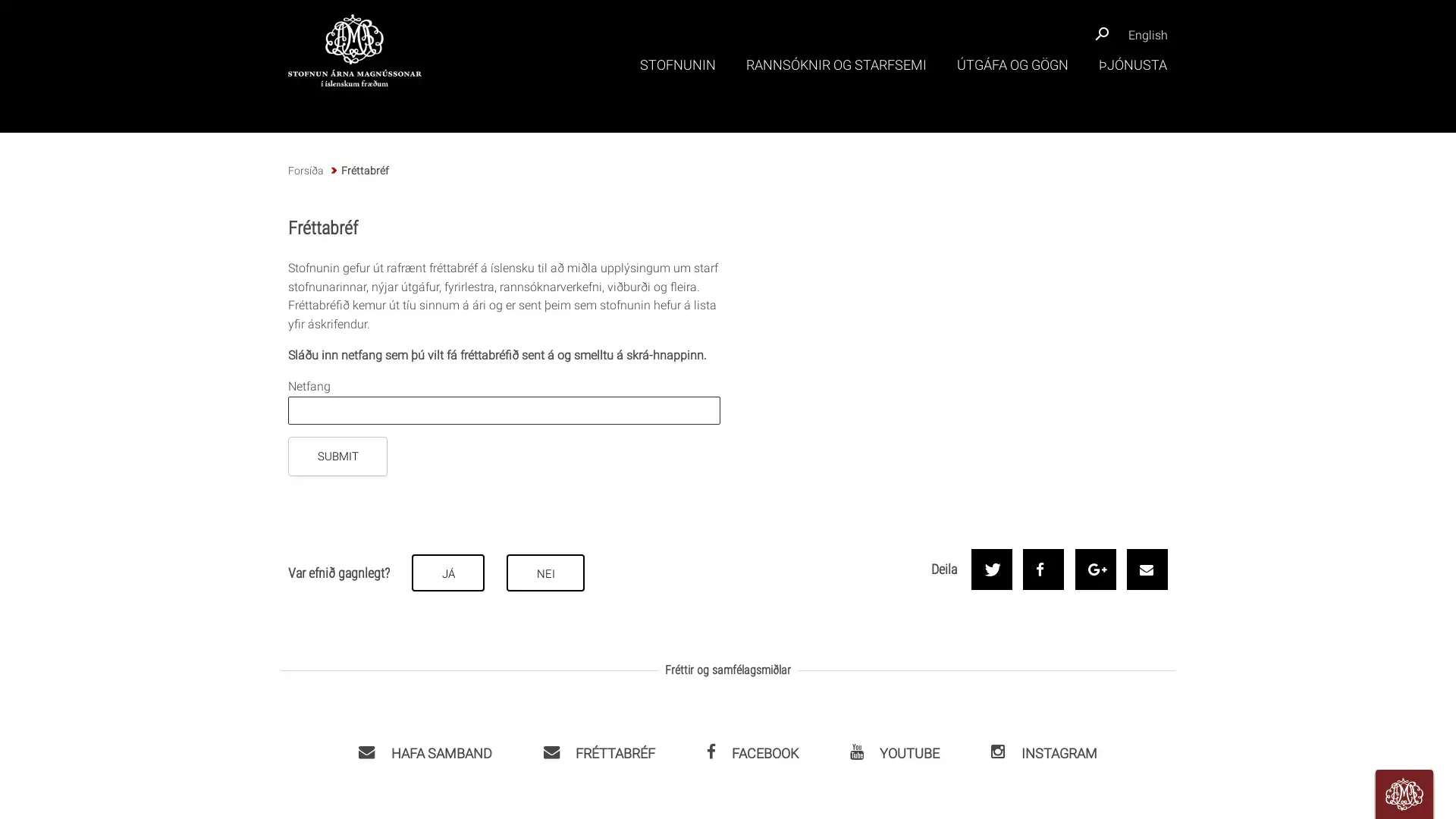 This screenshot has height=819, width=1456. I want to click on Share on Google+, so click(1095, 568).